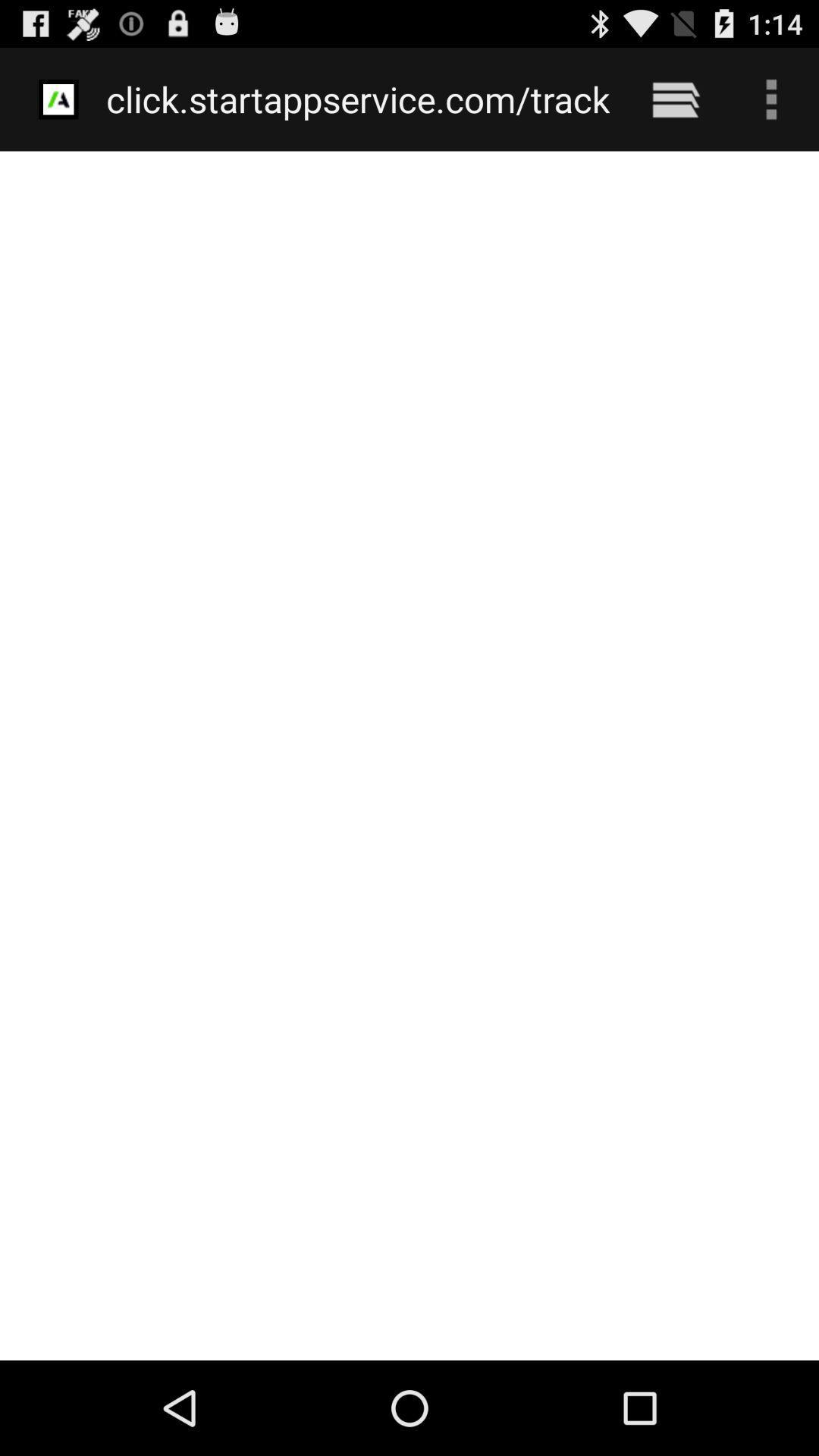 The image size is (819, 1456). What do you see at coordinates (409, 755) in the screenshot?
I see `the item at the center` at bounding box center [409, 755].